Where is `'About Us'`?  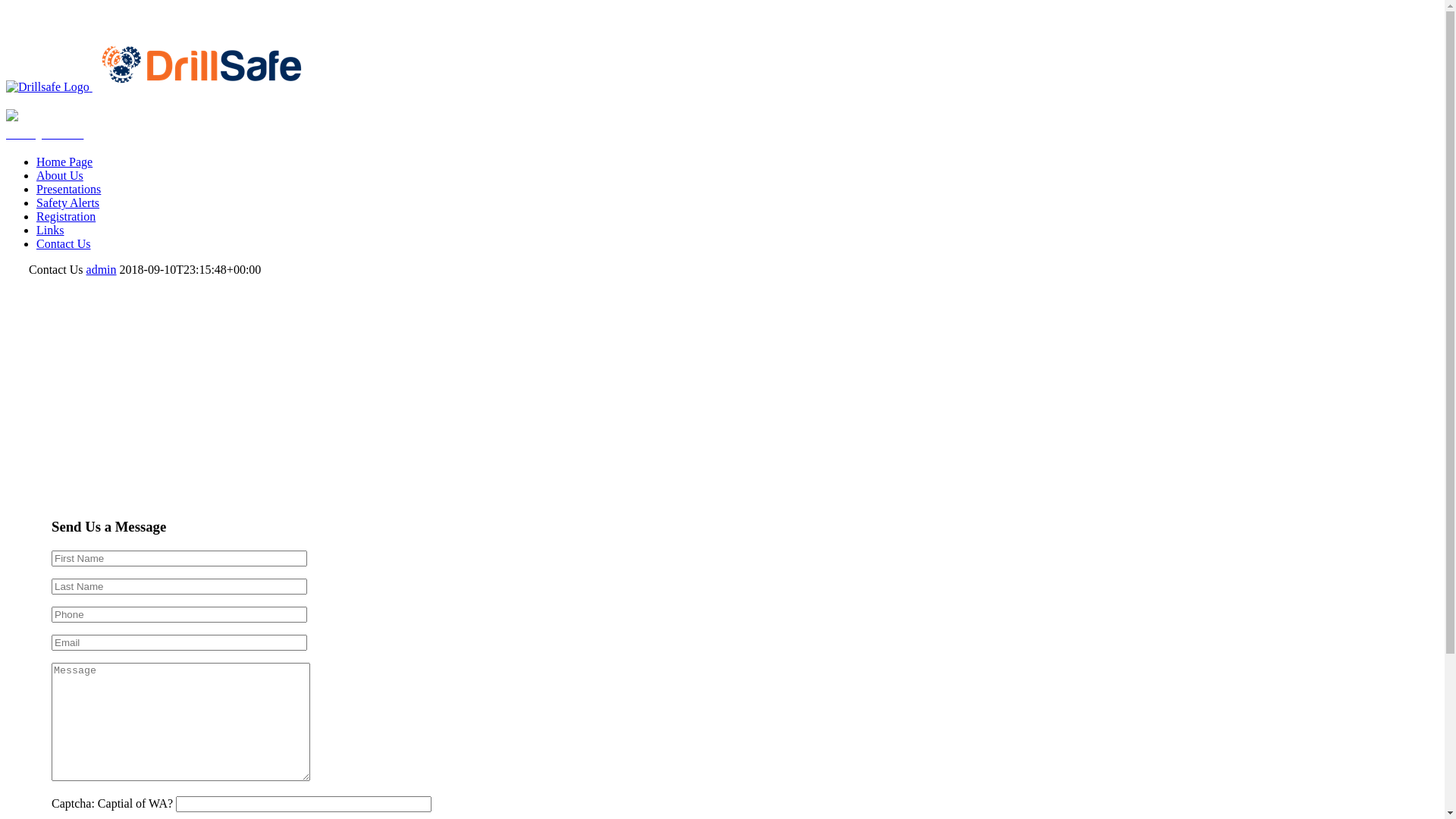
'About Us' is located at coordinates (59, 174).